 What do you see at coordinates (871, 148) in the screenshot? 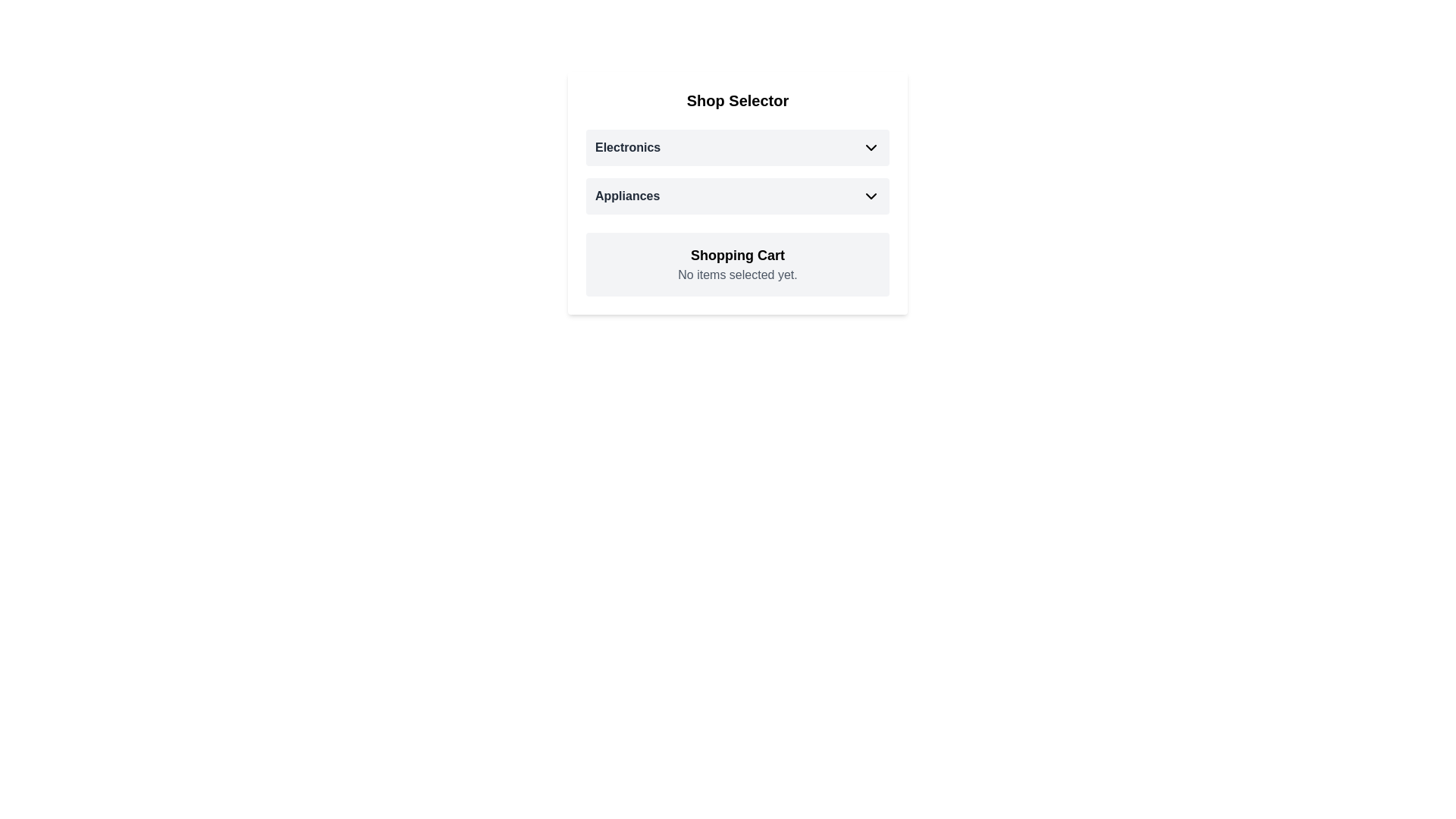
I see `the downward-pointing chevron icon located at the right end of the 'Electronics' bar` at bounding box center [871, 148].